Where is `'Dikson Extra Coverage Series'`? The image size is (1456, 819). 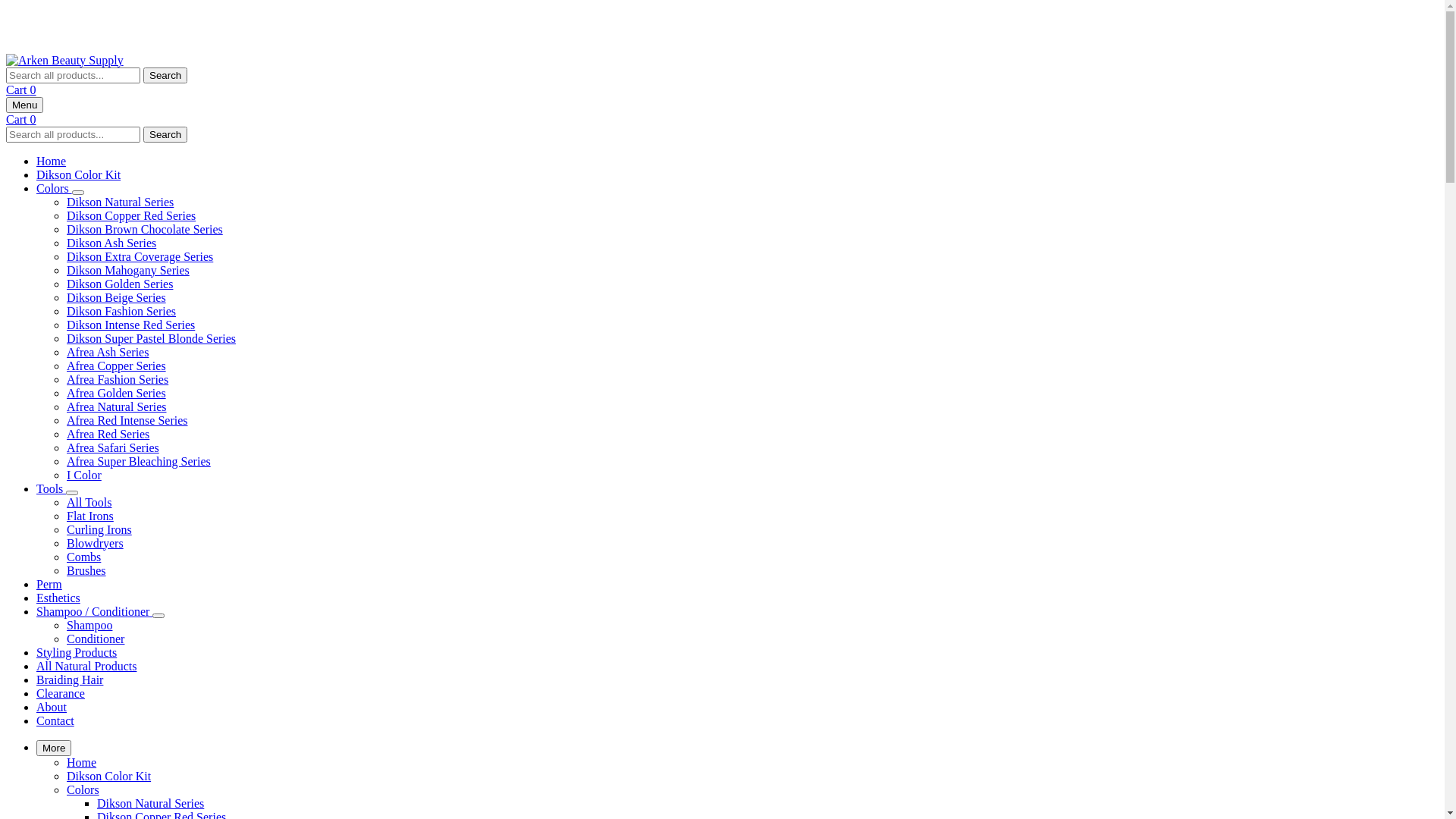
'Dikson Extra Coverage Series' is located at coordinates (140, 256).